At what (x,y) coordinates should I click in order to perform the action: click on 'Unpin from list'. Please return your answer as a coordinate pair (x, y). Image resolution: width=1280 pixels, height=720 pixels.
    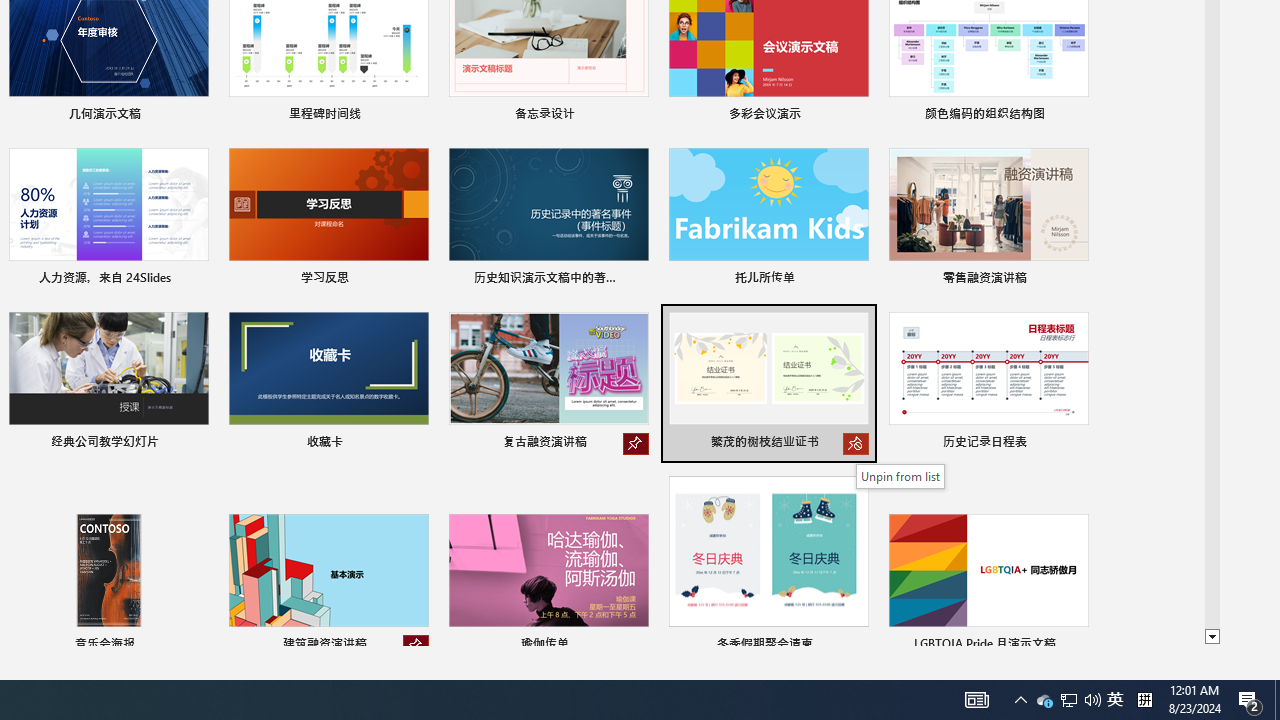
    Looking at the image, I should click on (899, 476).